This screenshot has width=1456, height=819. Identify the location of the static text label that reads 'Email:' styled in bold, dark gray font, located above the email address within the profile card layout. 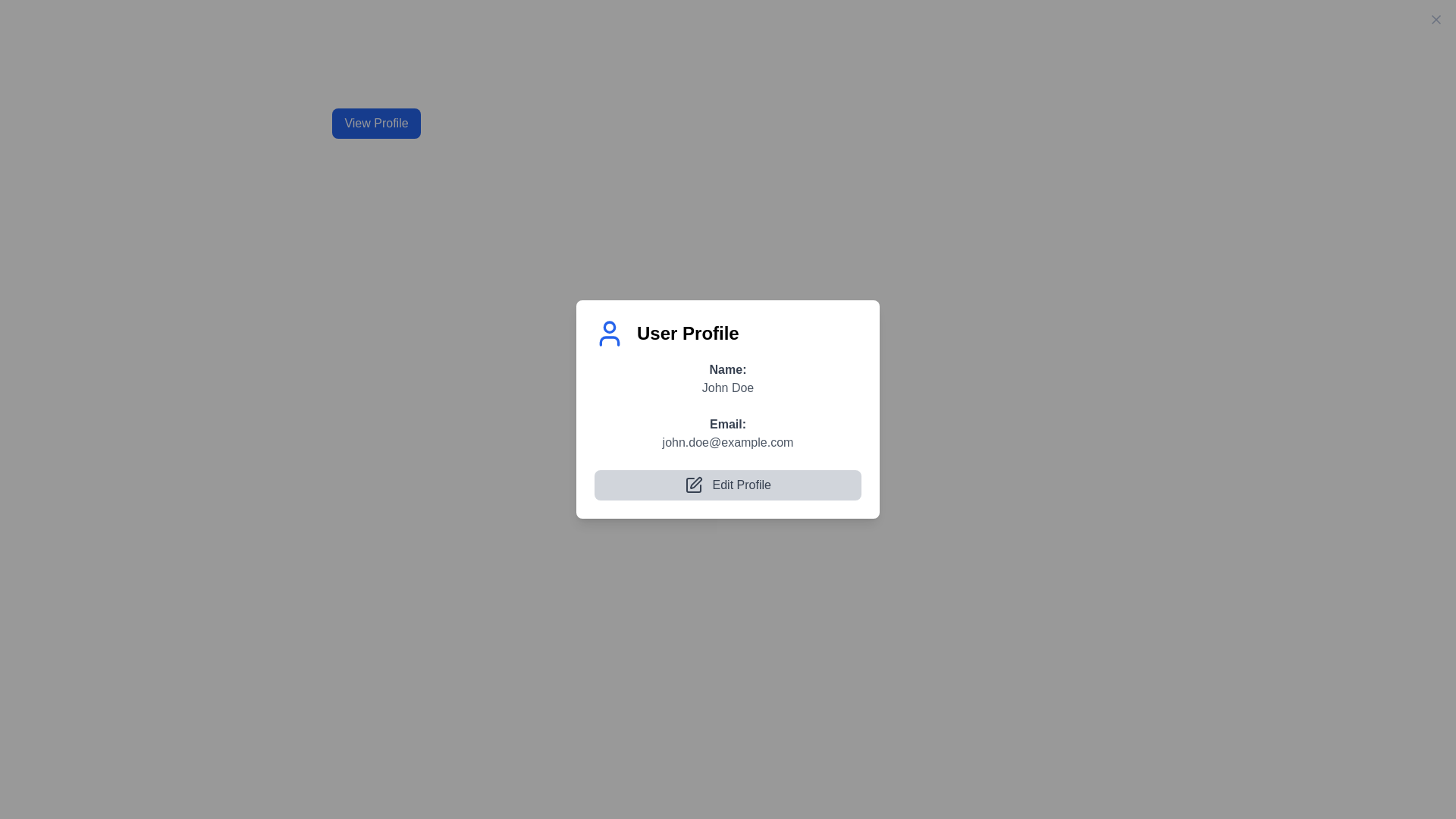
(728, 424).